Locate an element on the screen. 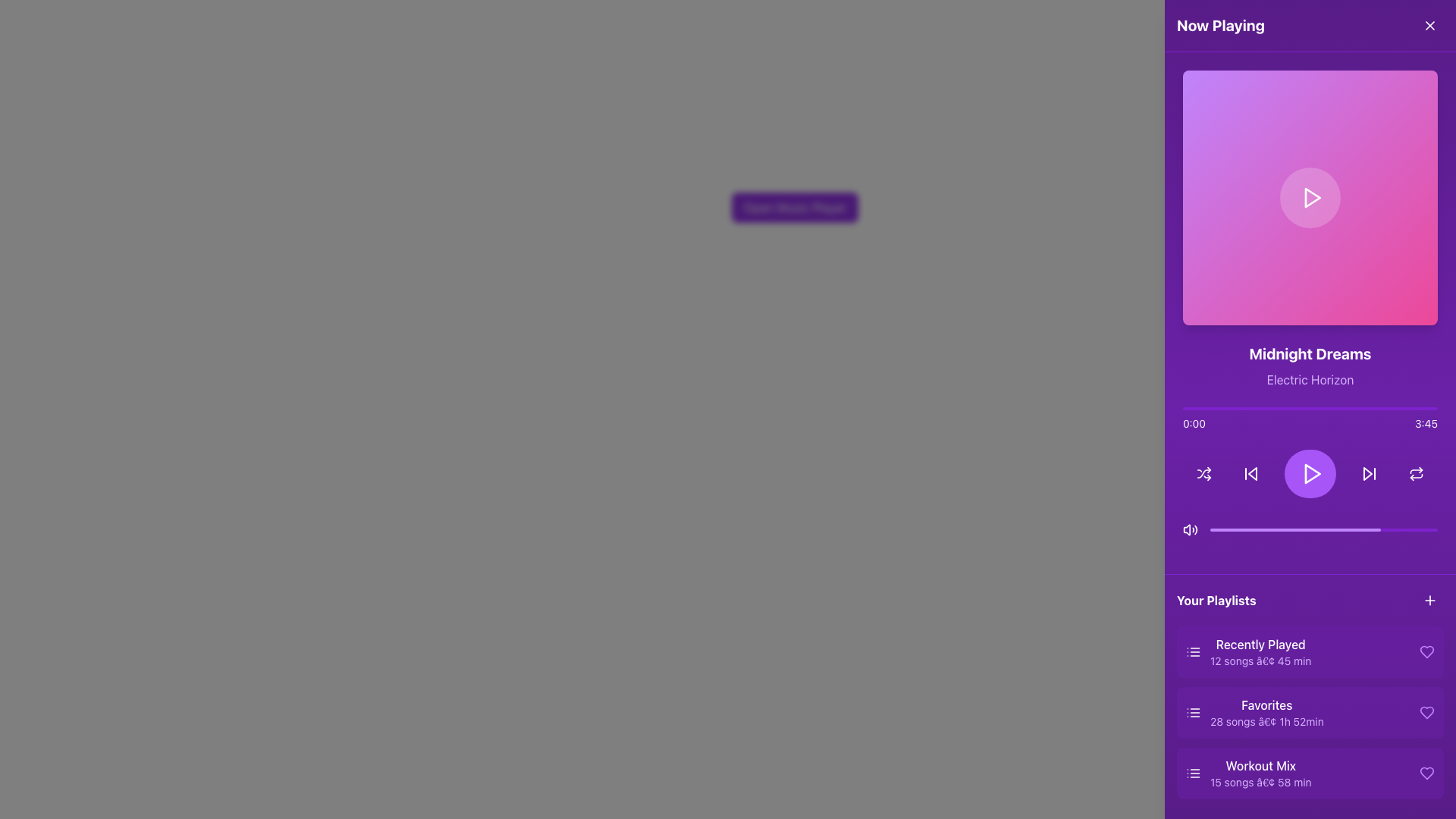 This screenshot has height=819, width=1456. the volume is located at coordinates (1241, 529).